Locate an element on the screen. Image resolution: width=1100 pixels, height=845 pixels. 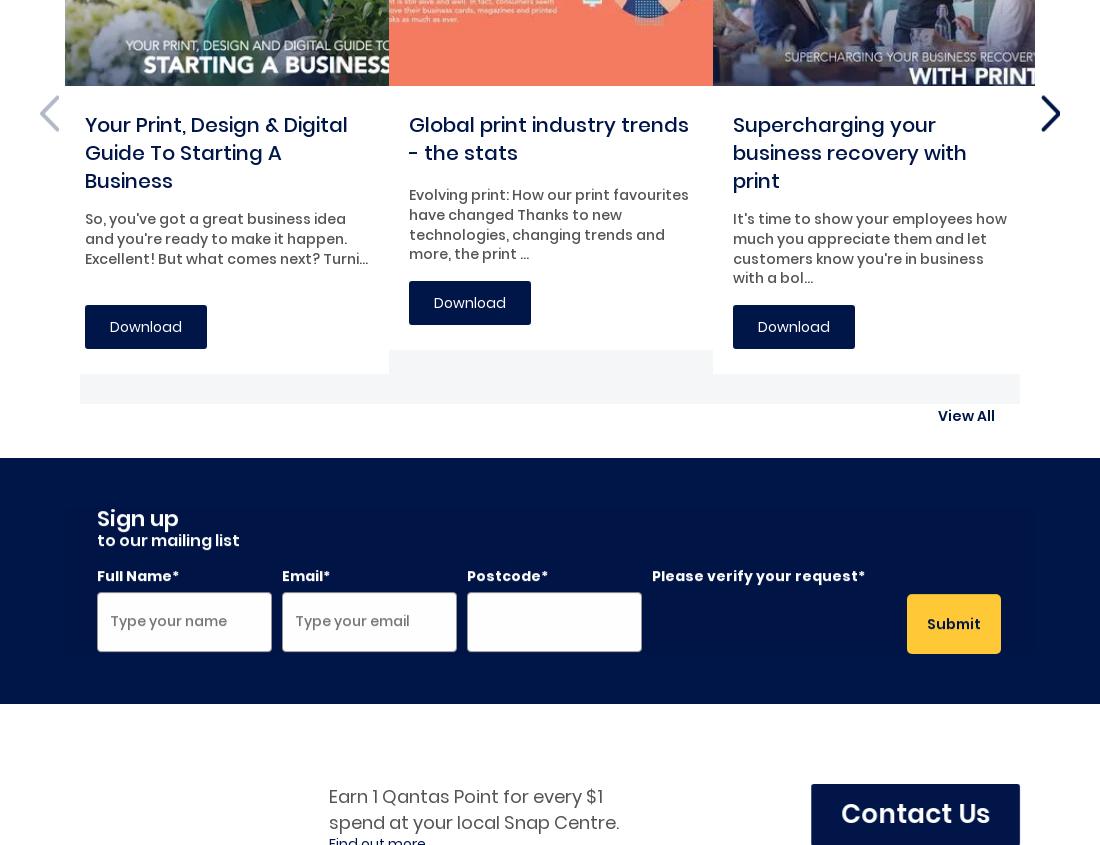
'Evolving print: How our print favourites have changed

 Thanks to new technologies, changing trends and more, the print ...' is located at coordinates (549, 223).